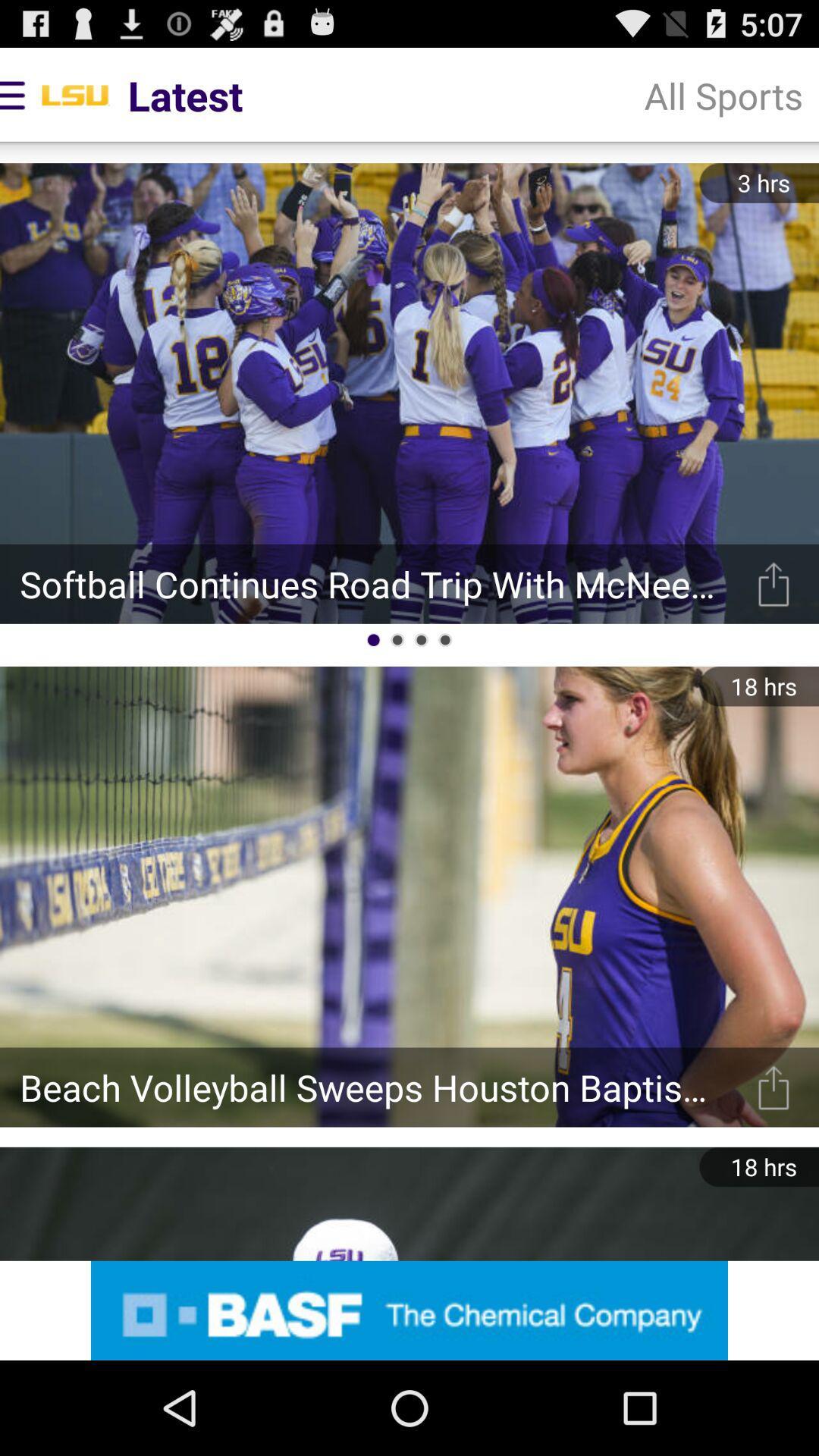  What do you see at coordinates (773, 583) in the screenshot?
I see `share the article` at bounding box center [773, 583].